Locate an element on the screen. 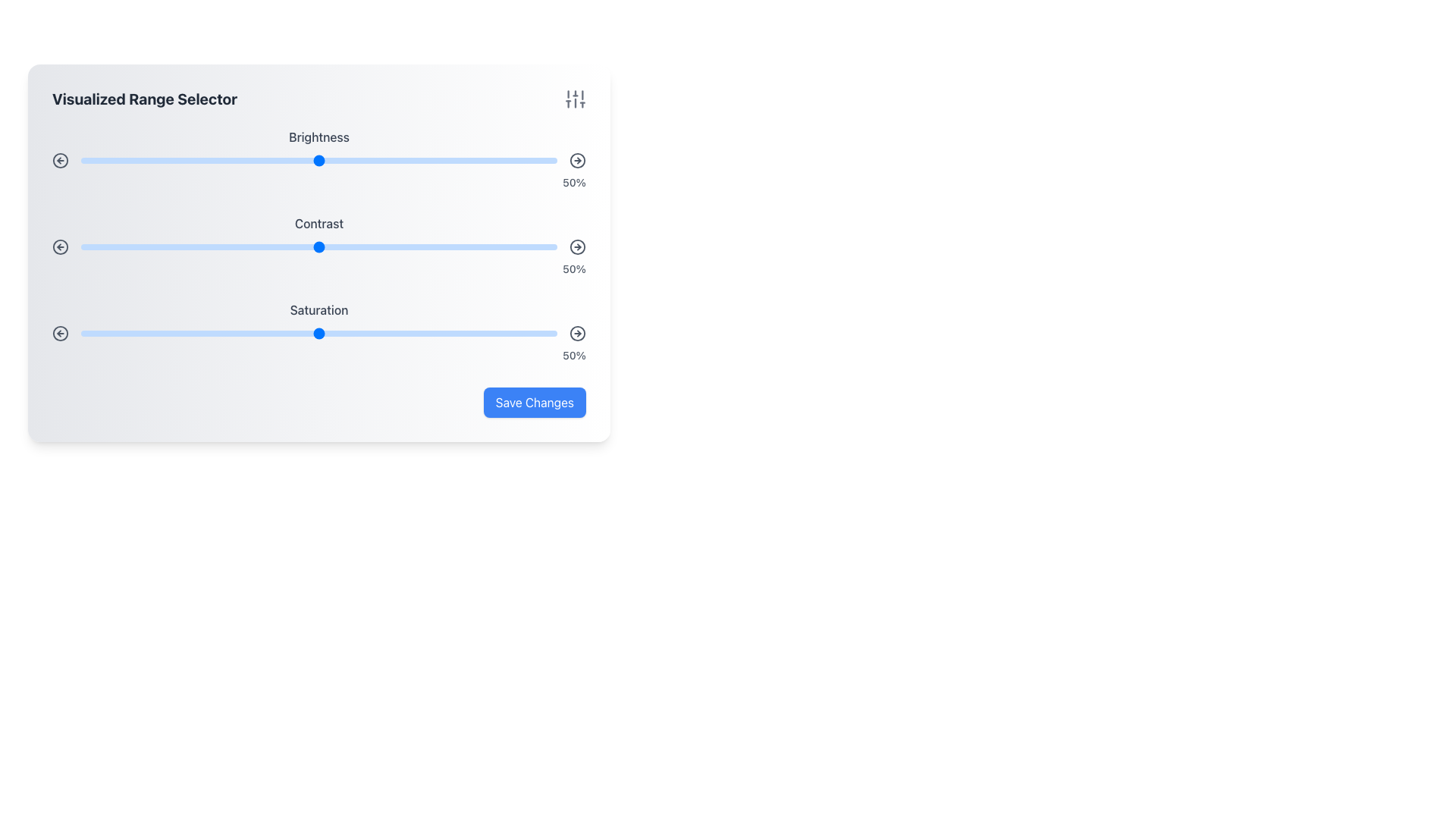 This screenshot has height=819, width=1456. contrast is located at coordinates (337, 246).